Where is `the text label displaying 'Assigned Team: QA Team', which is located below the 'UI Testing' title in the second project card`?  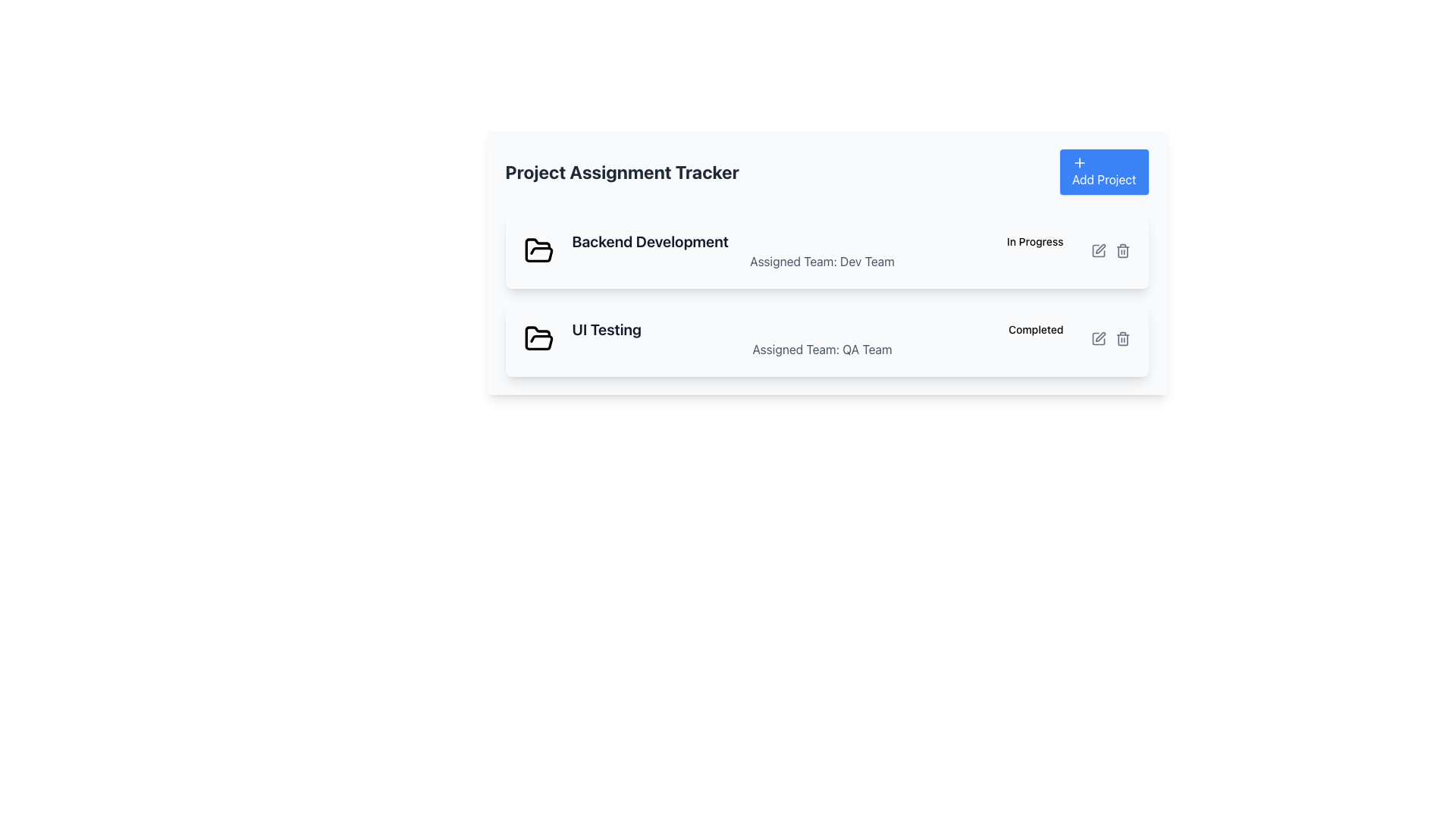
the text label displaying 'Assigned Team: QA Team', which is located below the 'UI Testing' title in the second project card is located at coordinates (821, 350).